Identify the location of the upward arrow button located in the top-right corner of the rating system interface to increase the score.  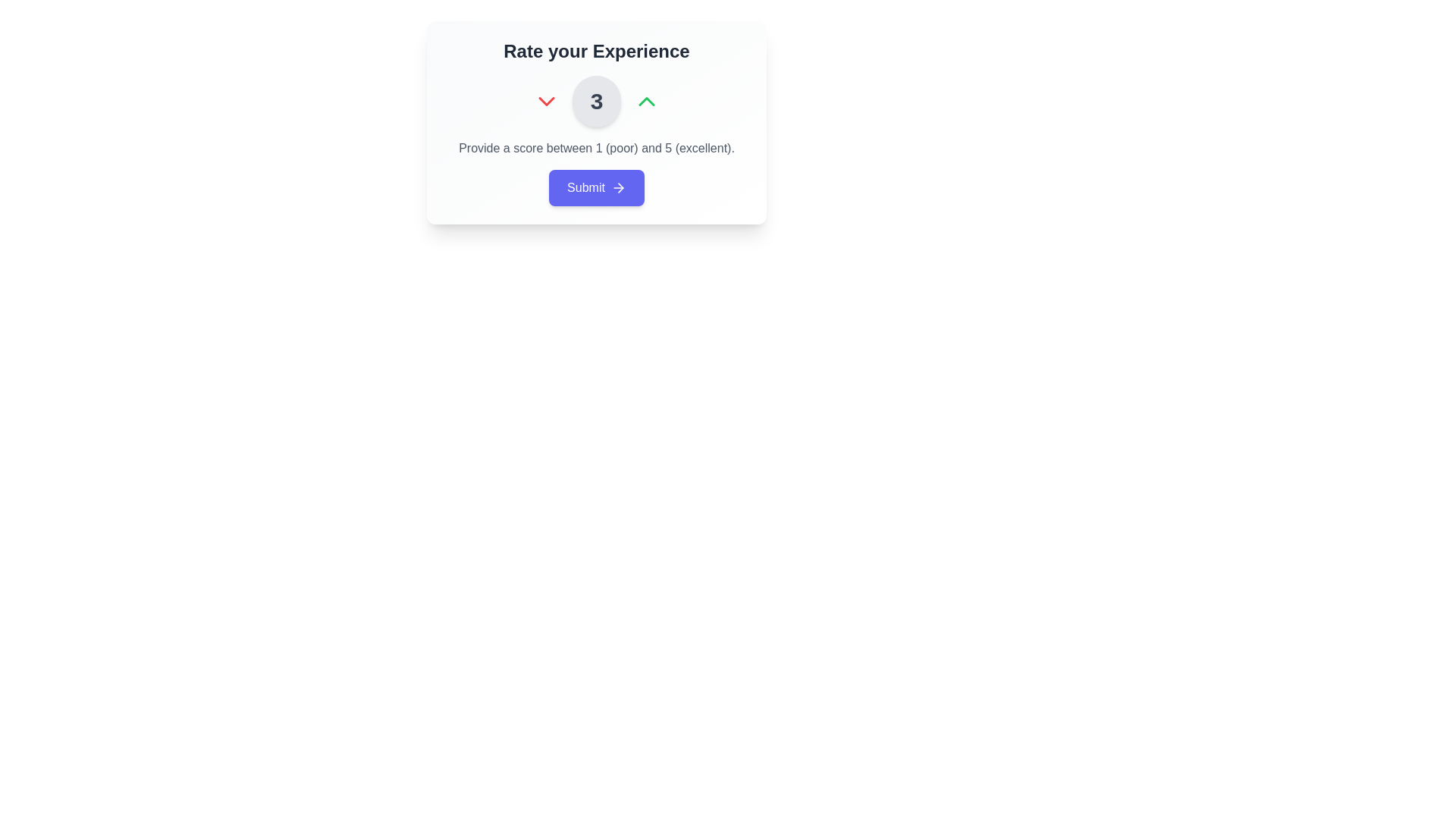
(647, 102).